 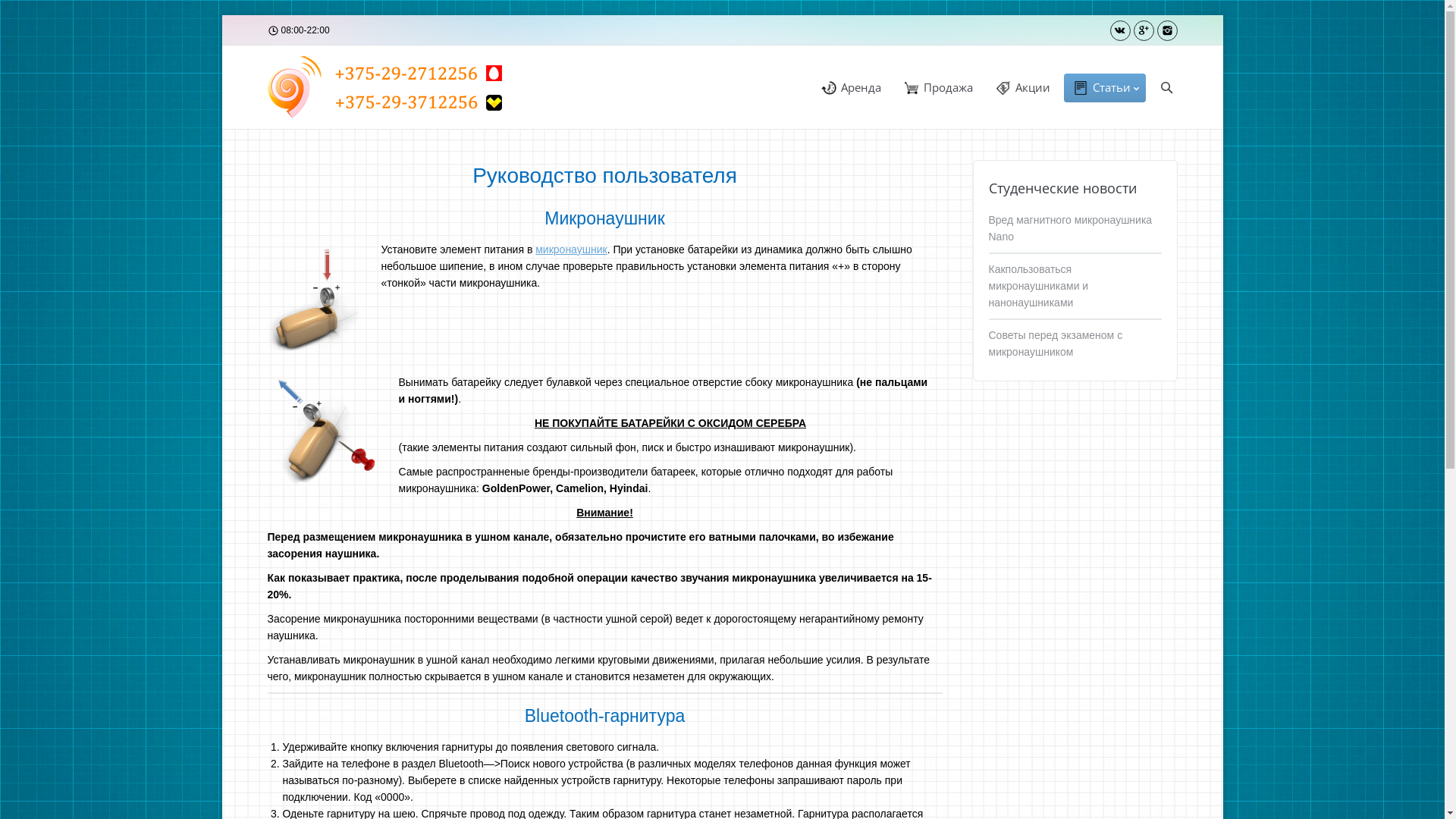 I want to click on 'VK', so click(x=1120, y=30).